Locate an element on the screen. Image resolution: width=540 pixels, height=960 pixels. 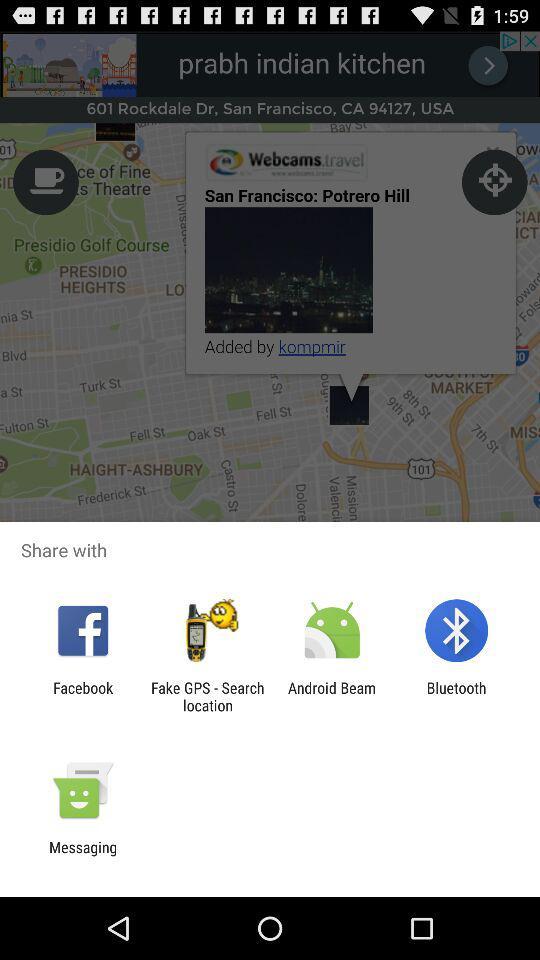
item to the right of fake gps search app is located at coordinates (332, 696).